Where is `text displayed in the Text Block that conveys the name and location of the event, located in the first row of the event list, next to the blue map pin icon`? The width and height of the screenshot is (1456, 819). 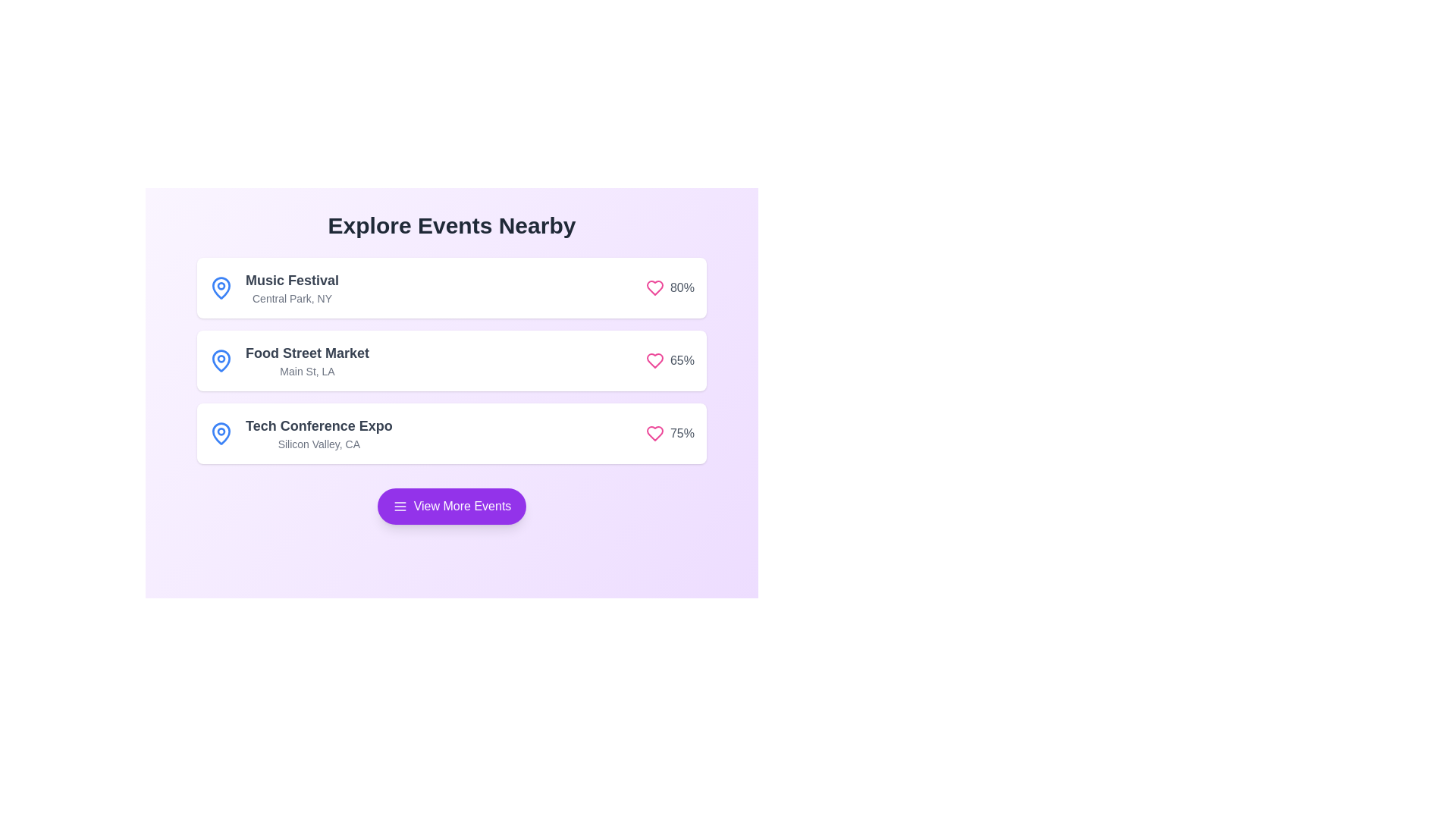
text displayed in the Text Block that conveys the name and location of the event, located in the first row of the event list, next to the blue map pin icon is located at coordinates (292, 288).